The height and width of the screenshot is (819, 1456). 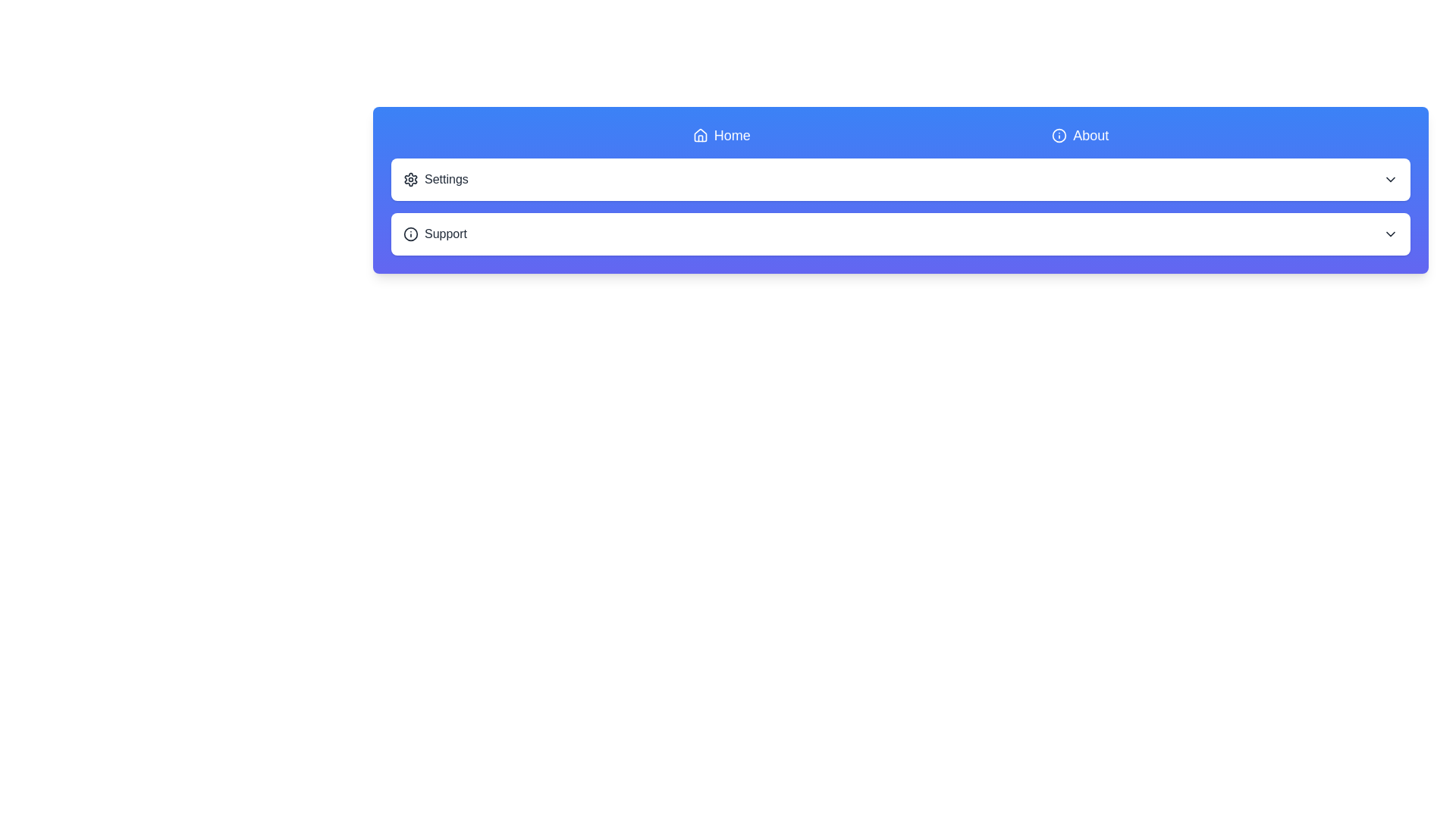 What do you see at coordinates (732, 134) in the screenshot?
I see `the 'Home' text link in the navigation bar` at bounding box center [732, 134].